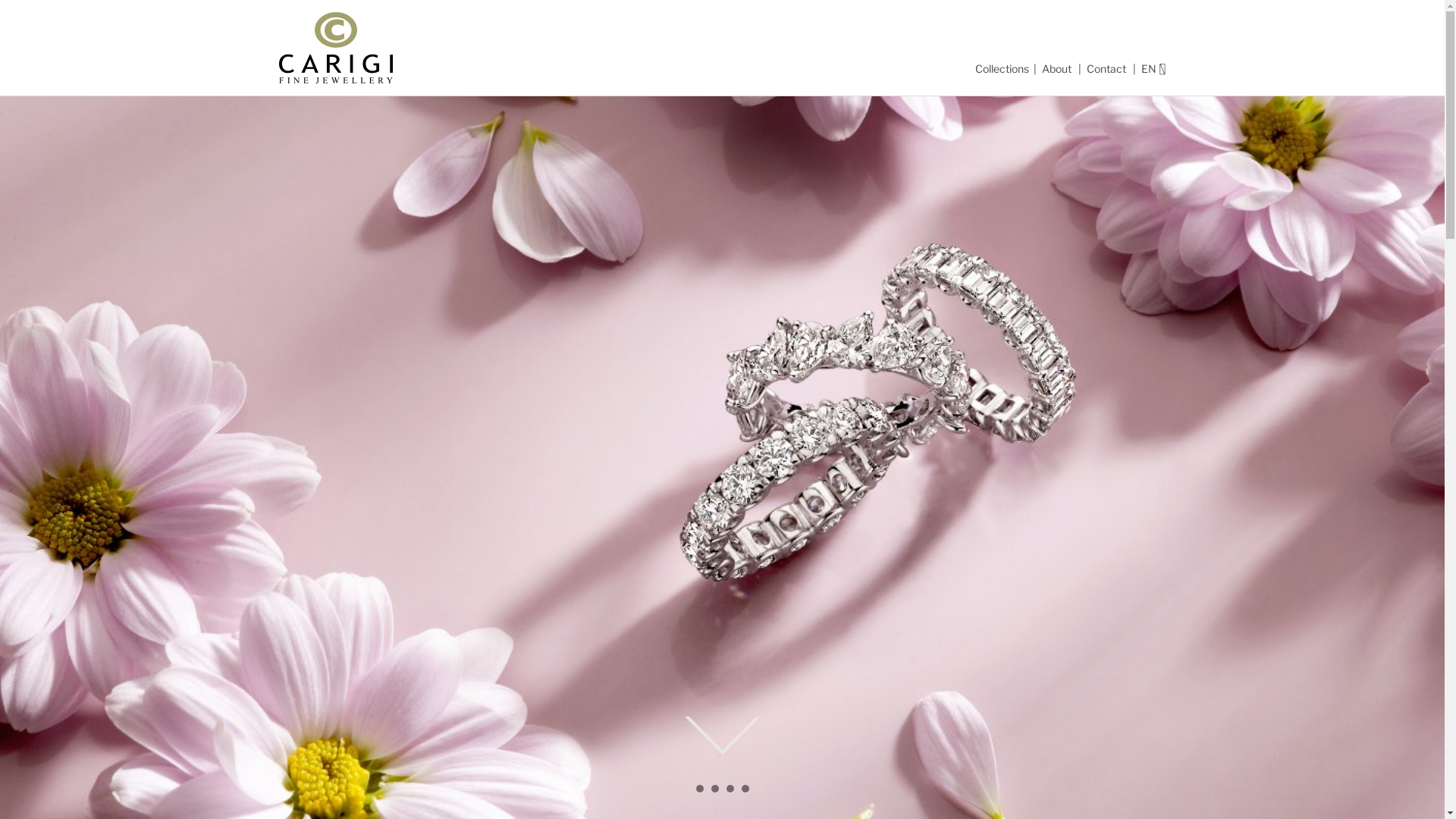  Describe the element at coordinates (698, 792) in the screenshot. I see `'1'` at that location.